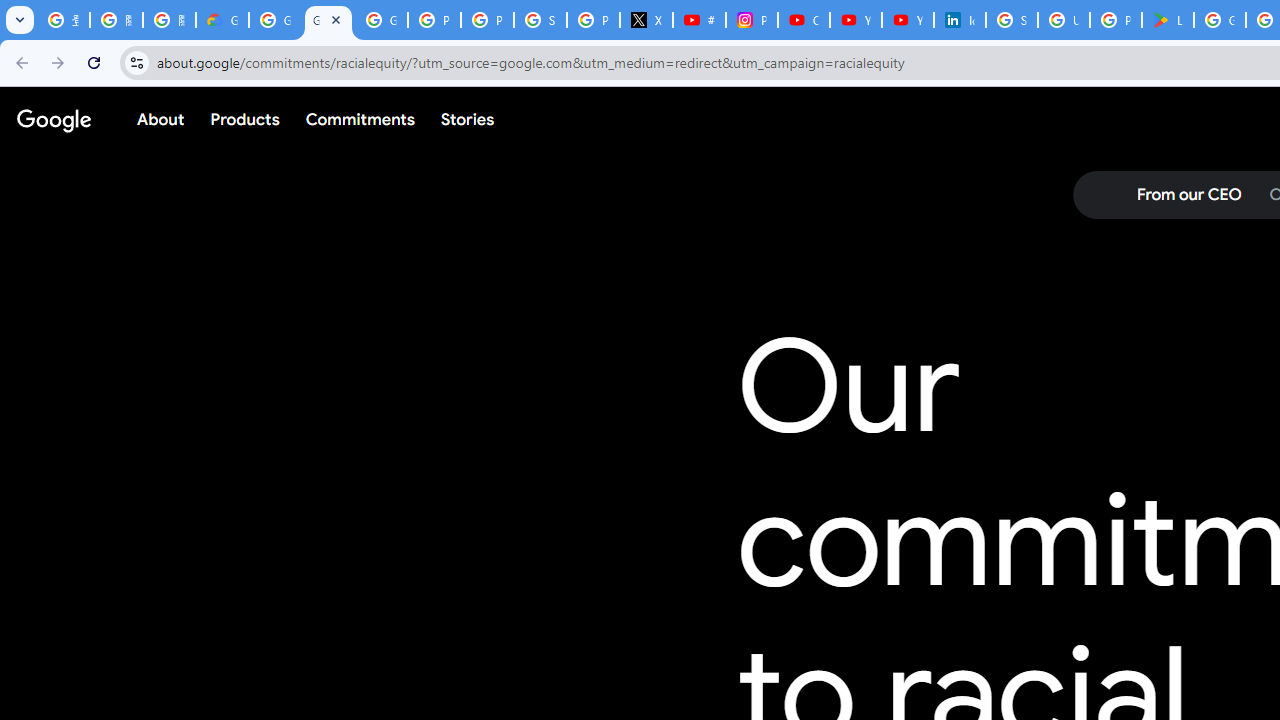 The height and width of the screenshot is (720, 1280). What do you see at coordinates (161, 119) in the screenshot?
I see `'About'` at bounding box center [161, 119].